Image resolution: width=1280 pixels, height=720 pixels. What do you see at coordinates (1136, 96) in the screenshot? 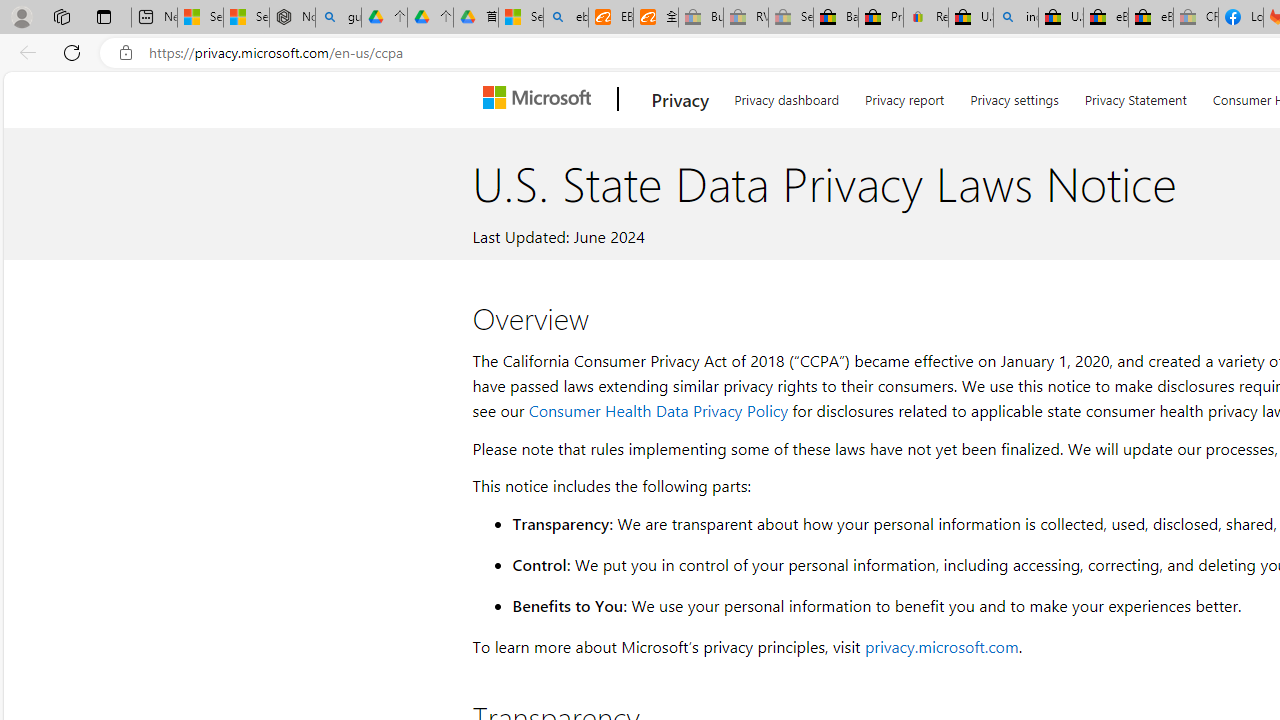
I see `'Privacy Statement'` at bounding box center [1136, 96].